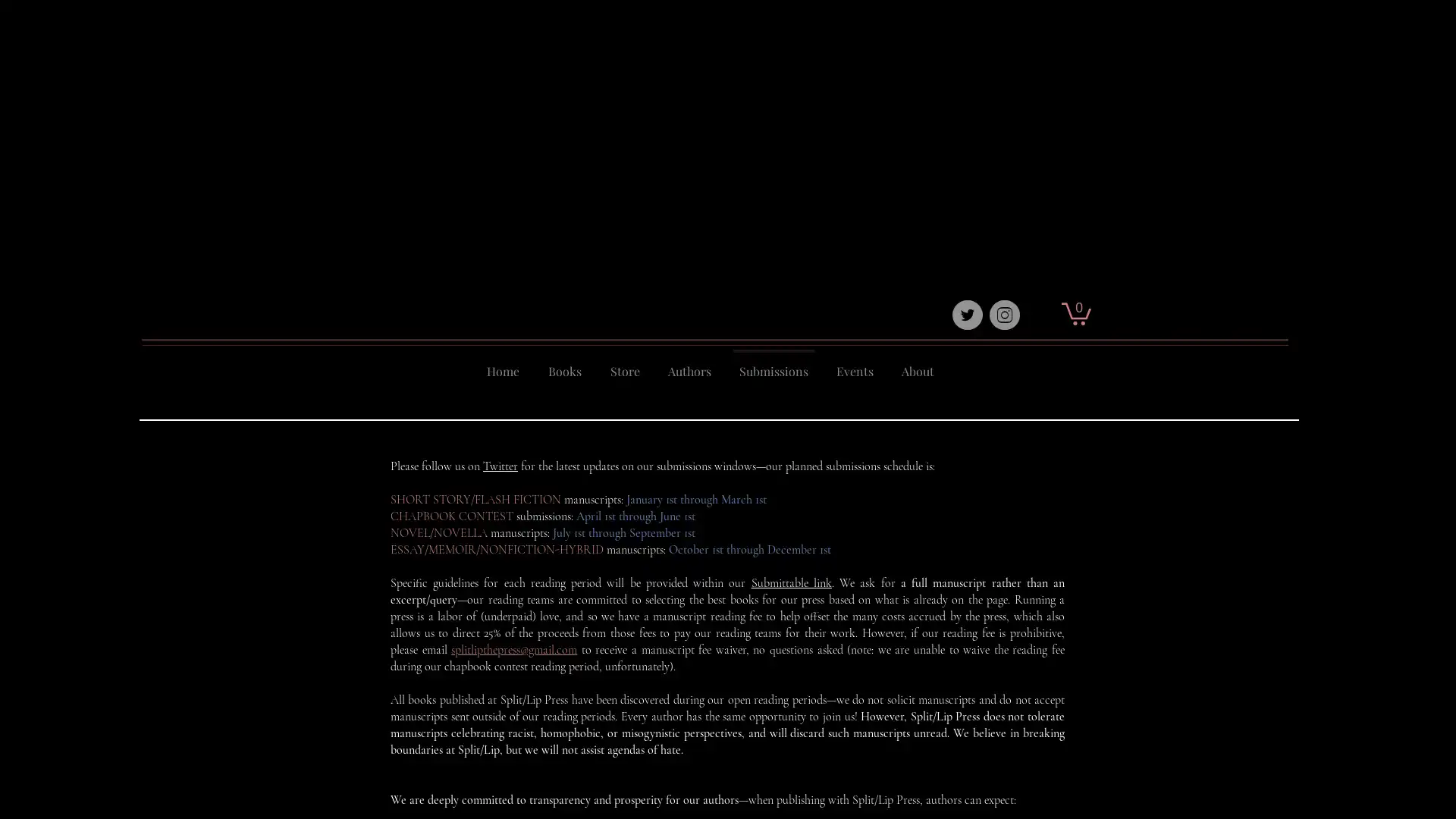  What do you see at coordinates (1075, 312) in the screenshot?
I see `Cart with 0 items` at bounding box center [1075, 312].